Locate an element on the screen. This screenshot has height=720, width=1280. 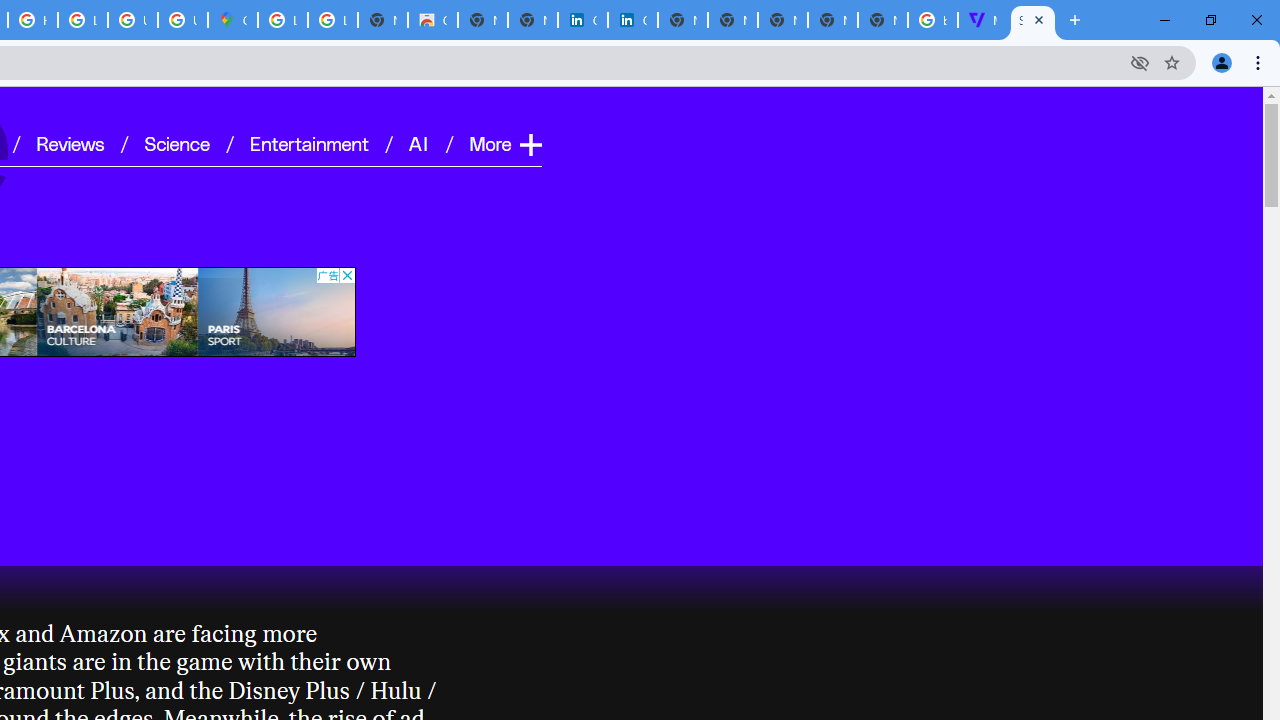
'Science' is located at coordinates (176, 141).